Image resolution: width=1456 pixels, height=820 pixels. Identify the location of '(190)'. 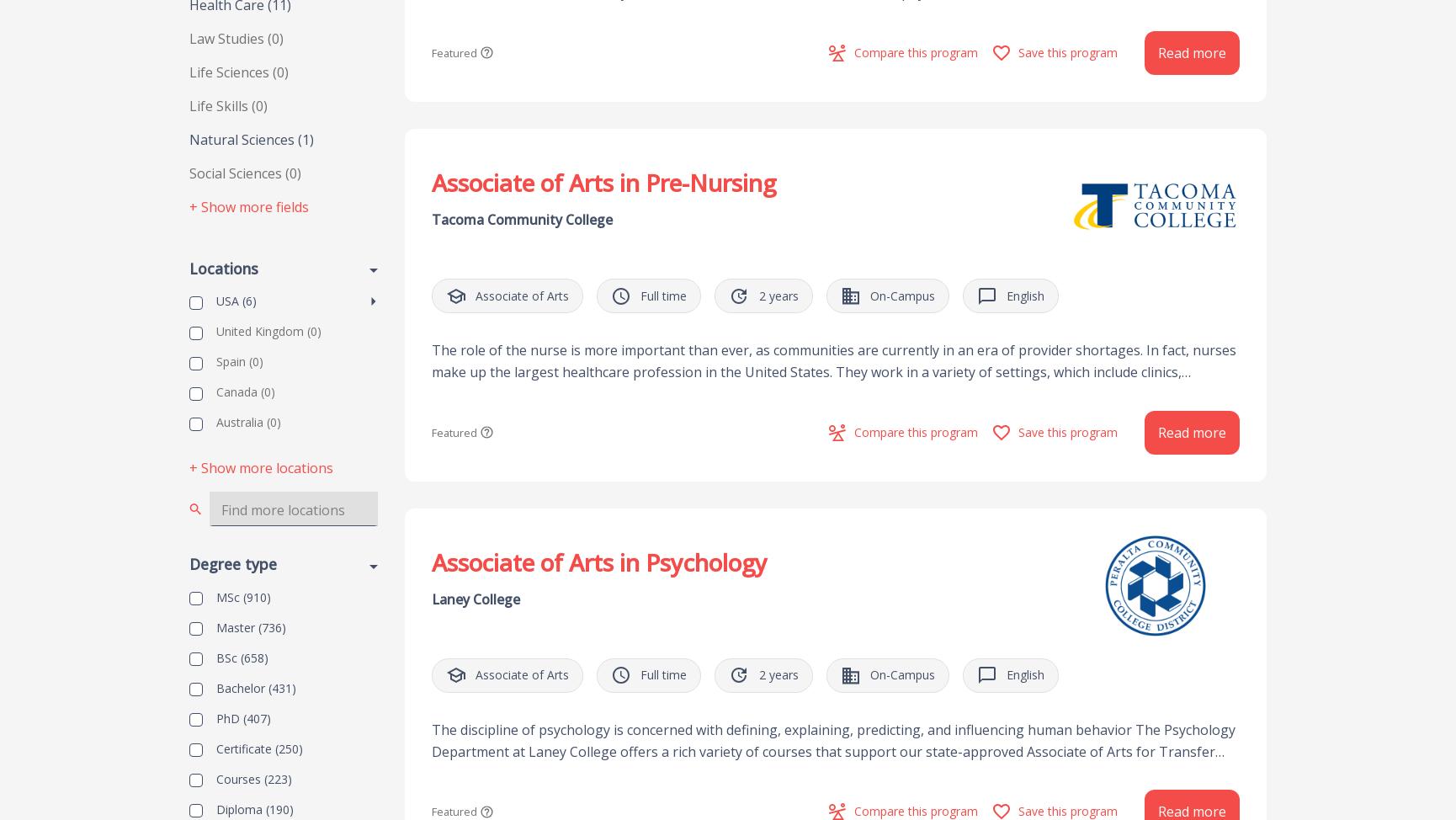
(279, 807).